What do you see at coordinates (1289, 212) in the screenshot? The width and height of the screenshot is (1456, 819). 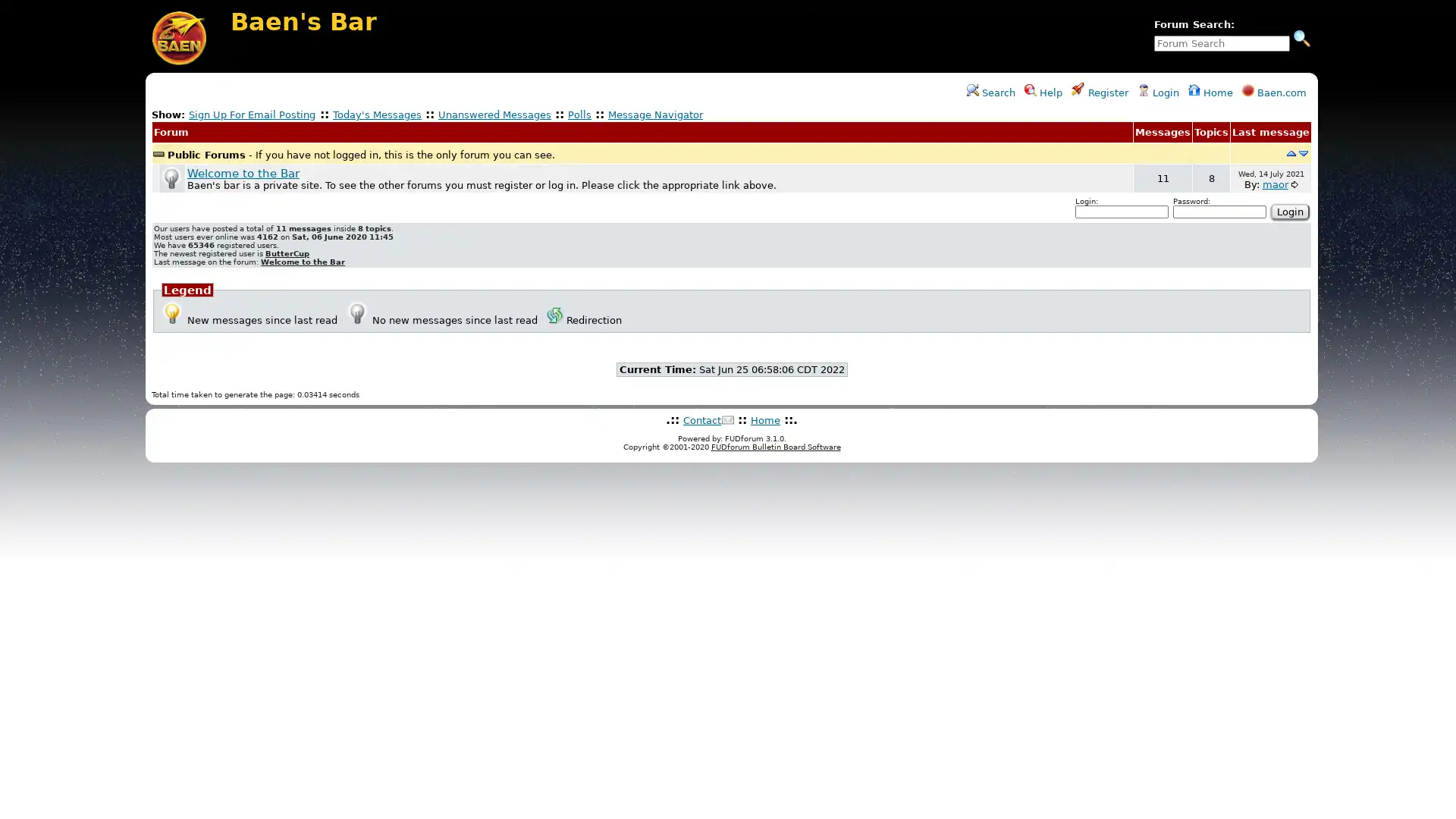 I see `Login` at bounding box center [1289, 212].